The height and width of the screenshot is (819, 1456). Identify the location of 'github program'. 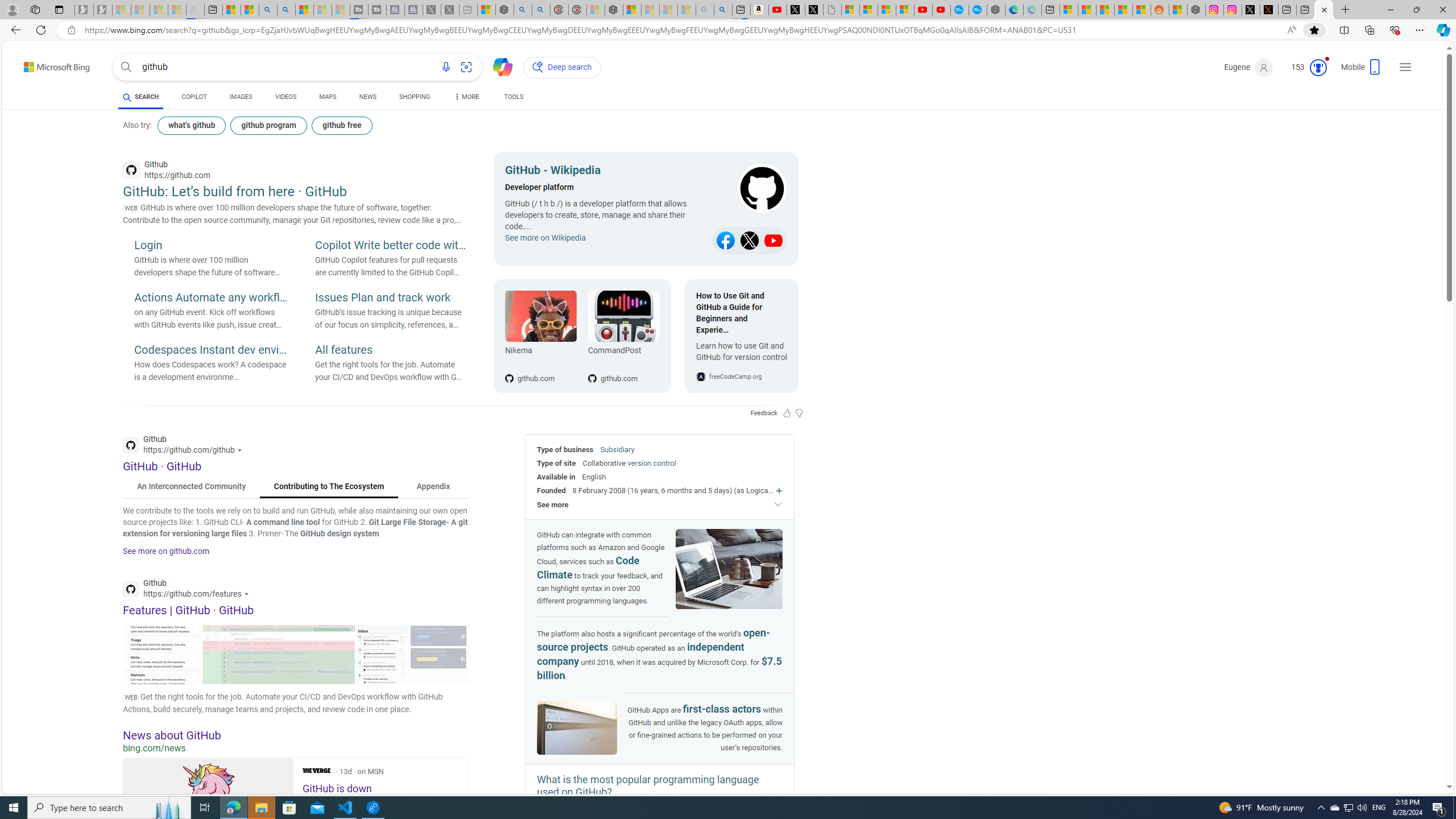
(268, 126).